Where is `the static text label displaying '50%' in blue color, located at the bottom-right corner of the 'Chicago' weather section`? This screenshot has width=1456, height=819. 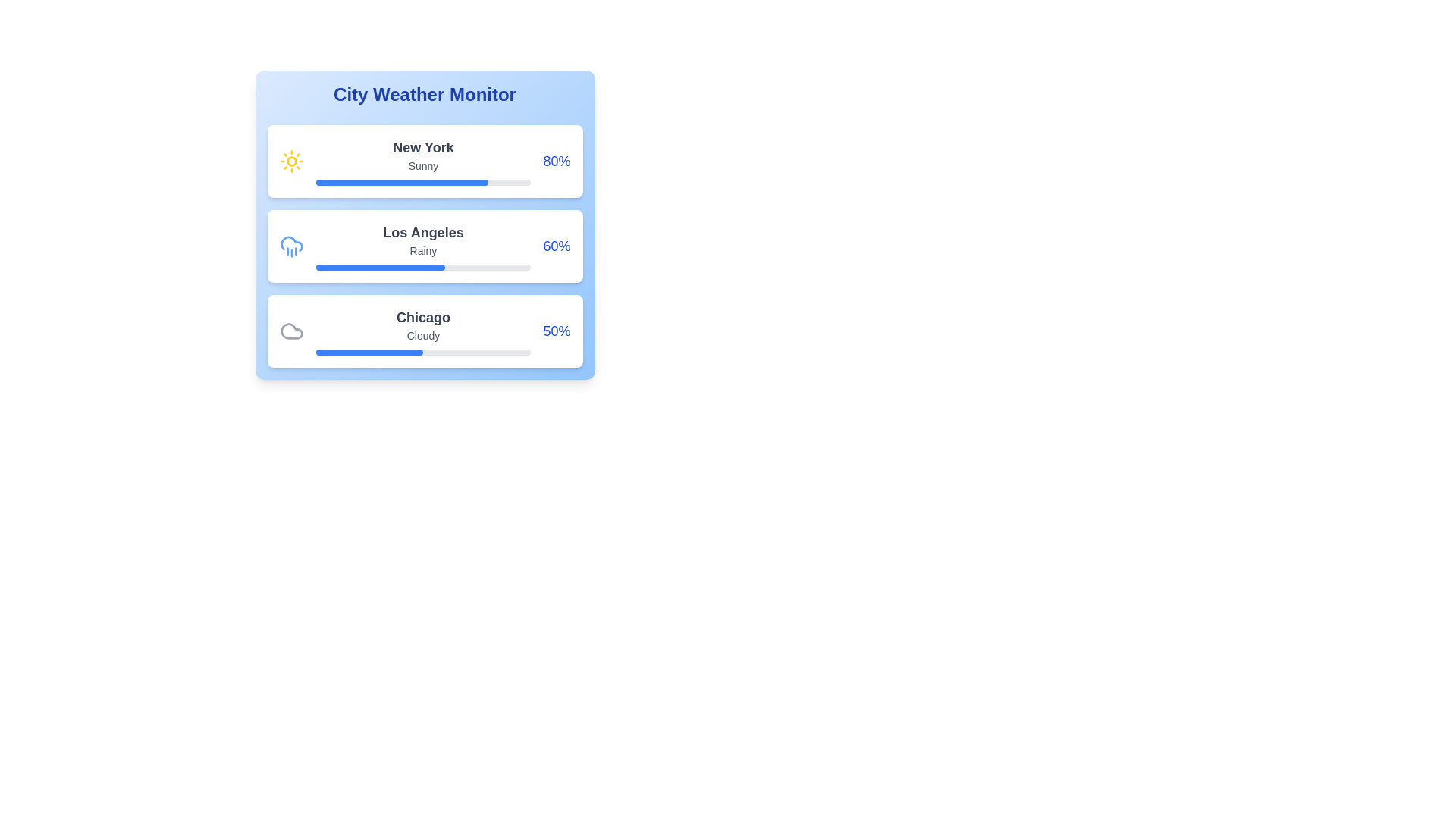
the static text label displaying '50%' in blue color, located at the bottom-right corner of the 'Chicago' weather section is located at coordinates (556, 330).